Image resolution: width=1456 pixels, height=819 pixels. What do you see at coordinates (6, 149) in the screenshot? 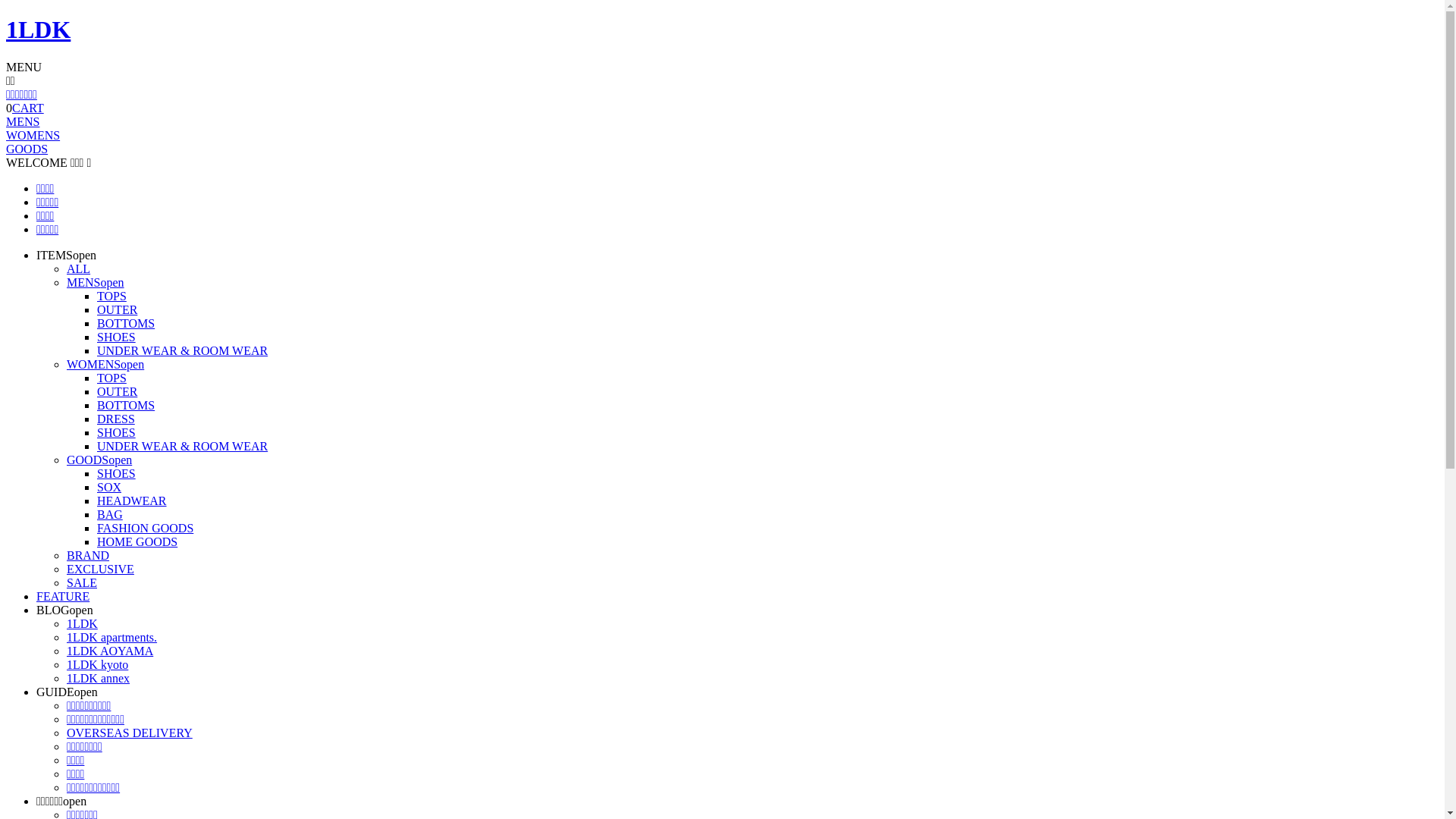
I see `'GOODS'` at bounding box center [6, 149].